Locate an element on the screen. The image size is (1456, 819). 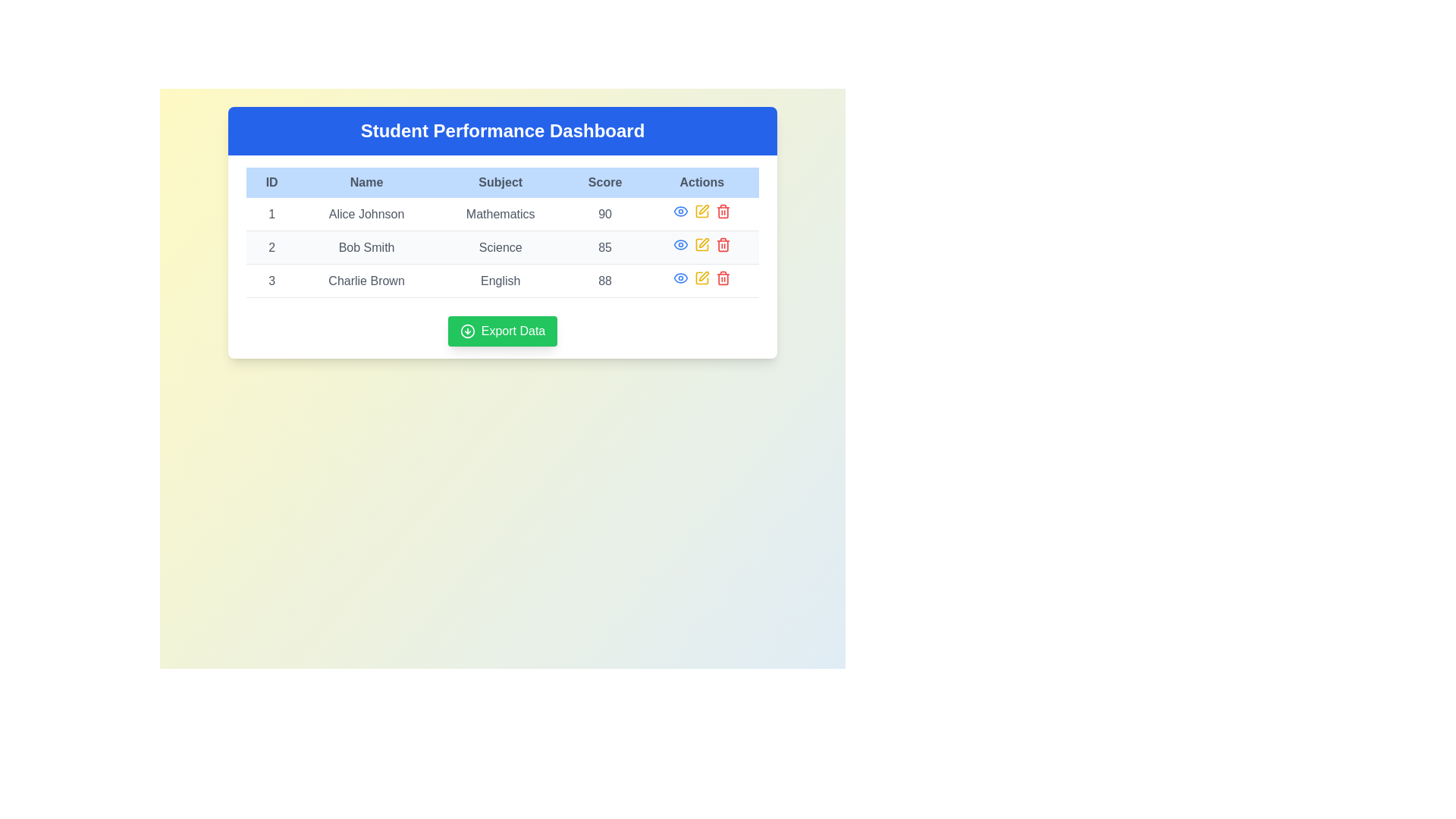
the delete button located in the fifth column of the Actions row, third row, which is used to delete the associated English record is located at coordinates (722, 278).